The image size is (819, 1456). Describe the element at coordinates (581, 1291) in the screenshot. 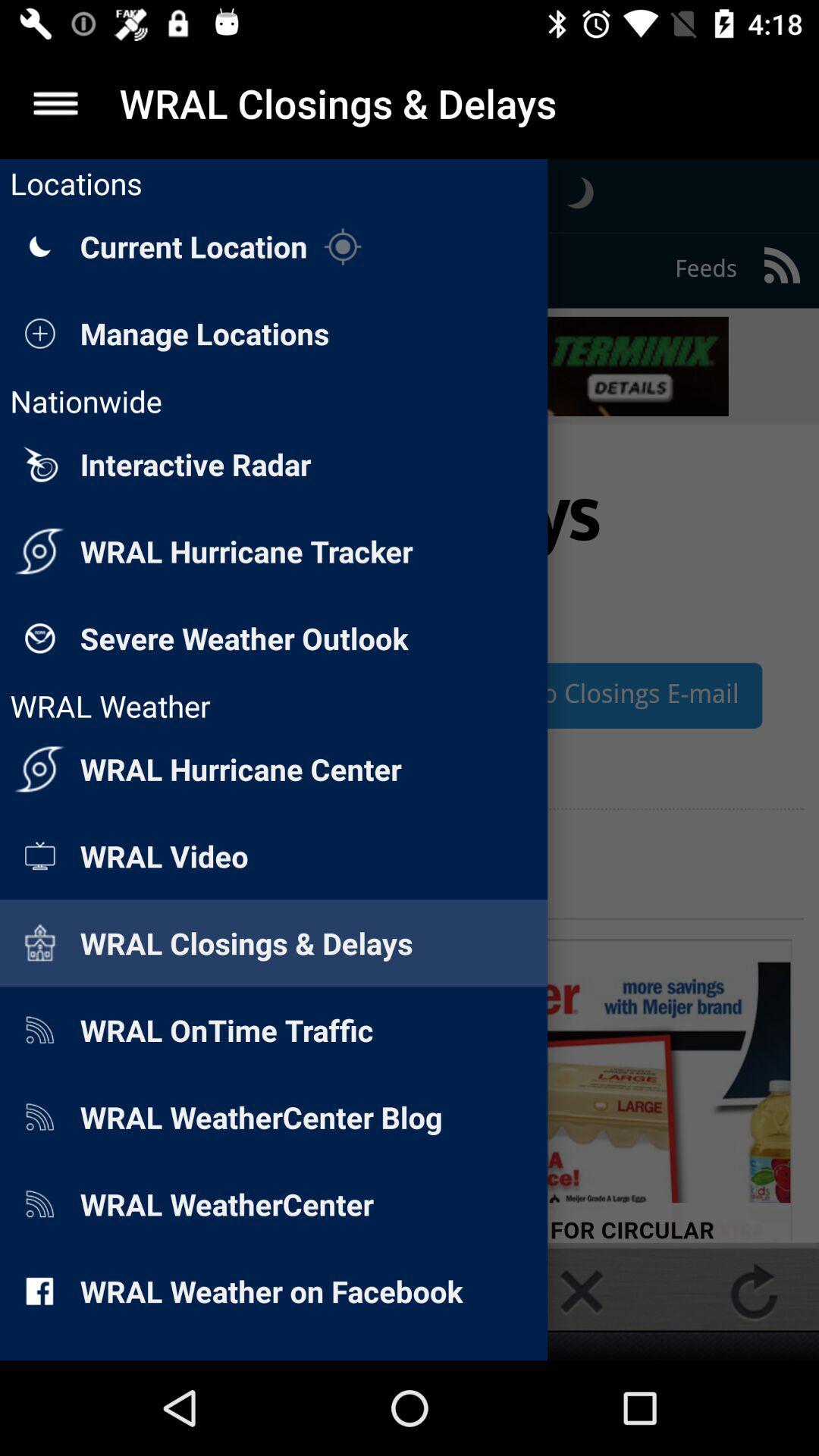

I see `the close icon` at that location.